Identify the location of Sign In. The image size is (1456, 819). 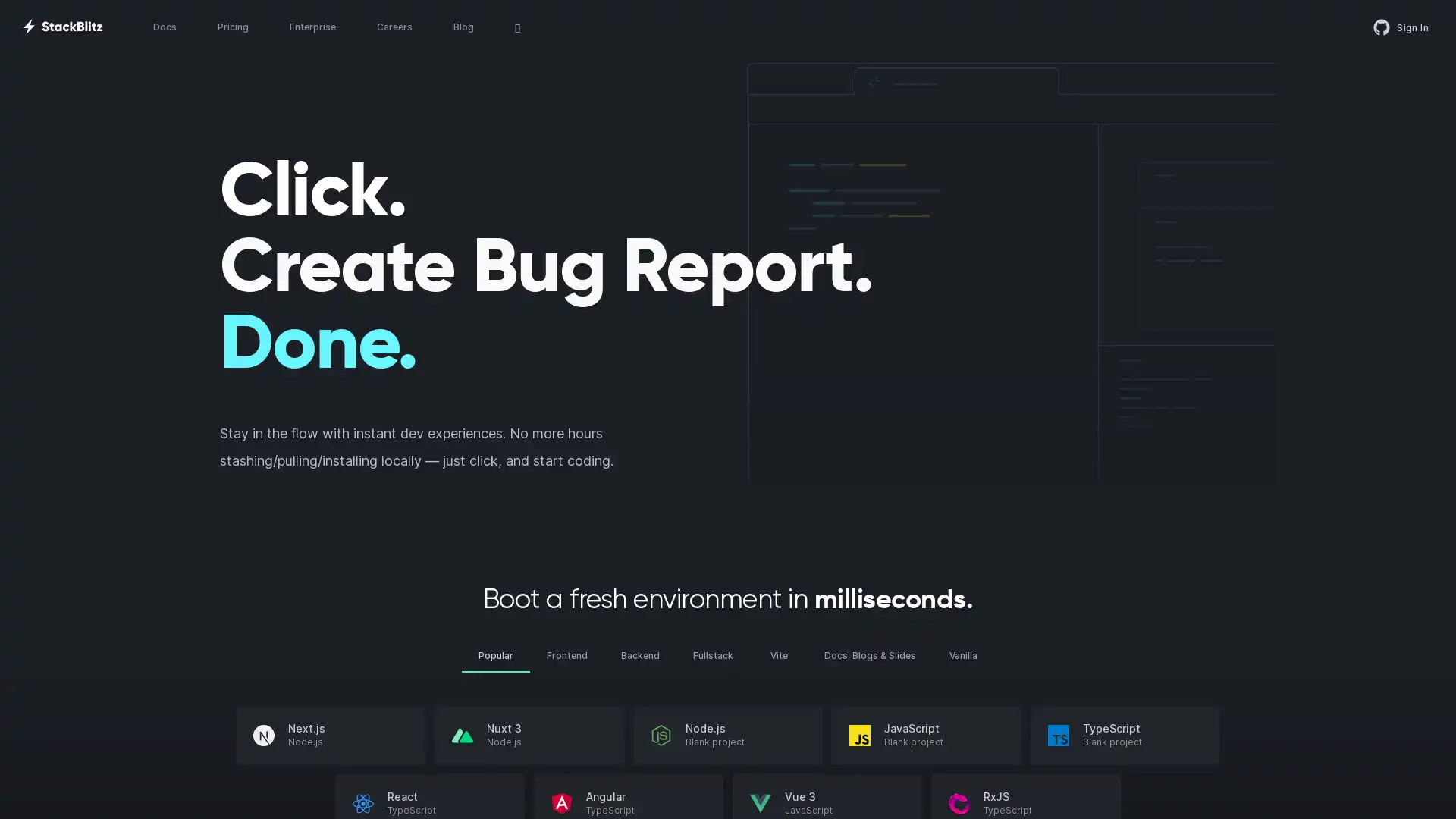
(1401, 27).